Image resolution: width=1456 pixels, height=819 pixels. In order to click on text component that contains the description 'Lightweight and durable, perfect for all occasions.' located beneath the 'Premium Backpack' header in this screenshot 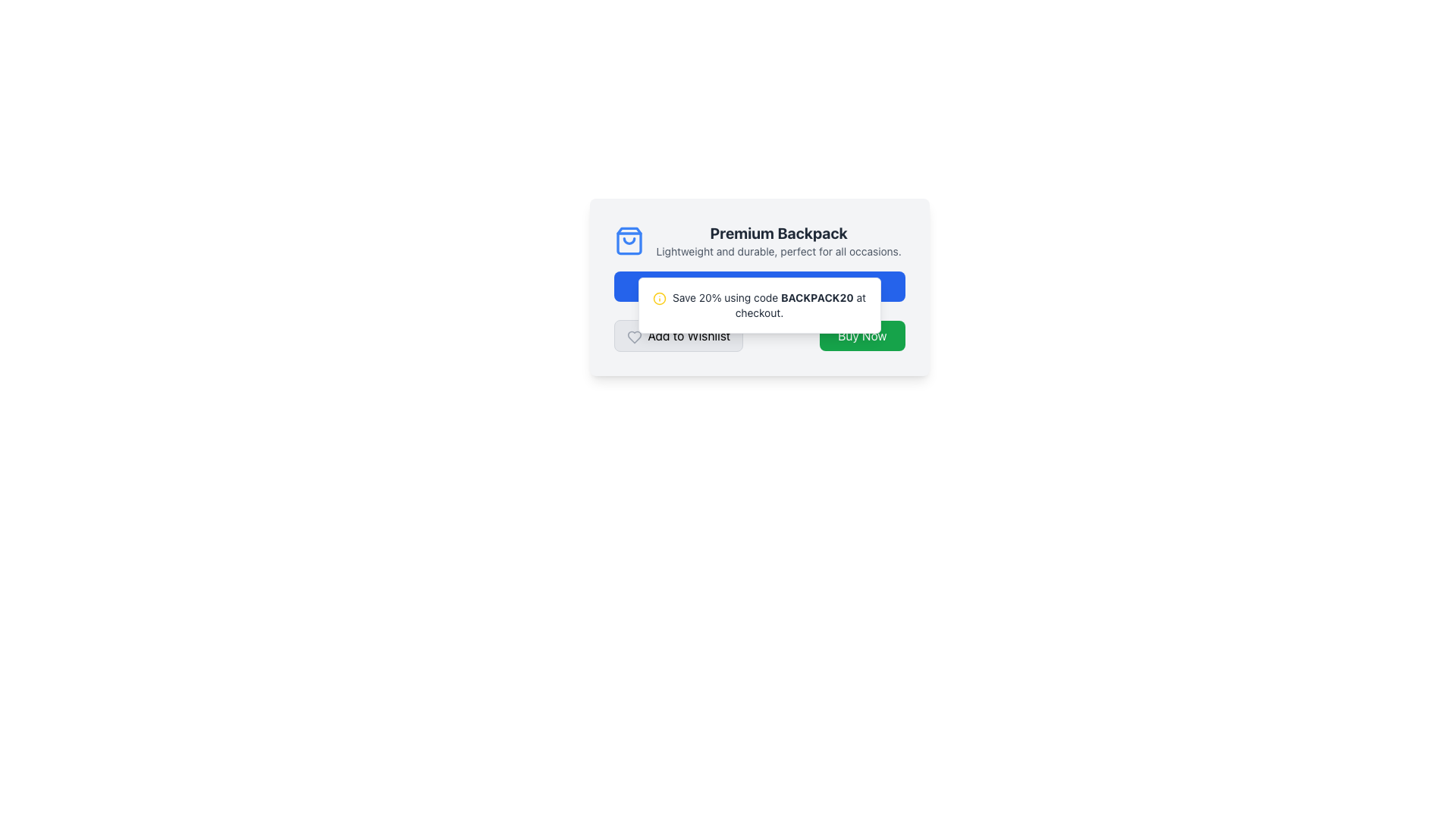, I will do `click(779, 250)`.